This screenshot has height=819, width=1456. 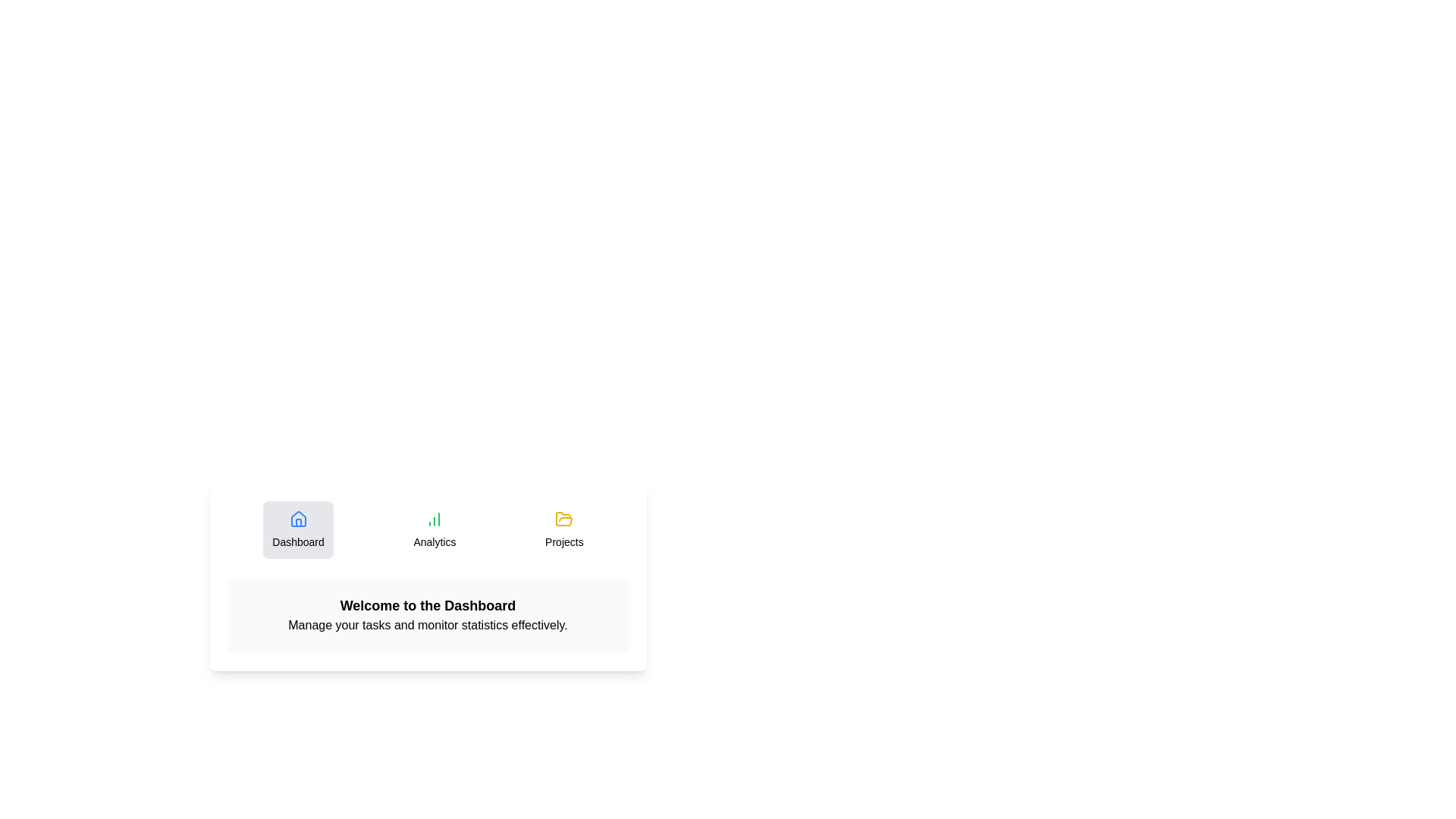 What do you see at coordinates (563, 529) in the screenshot?
I see `the Projects tab to view its content` at bounding box center [563, 529].